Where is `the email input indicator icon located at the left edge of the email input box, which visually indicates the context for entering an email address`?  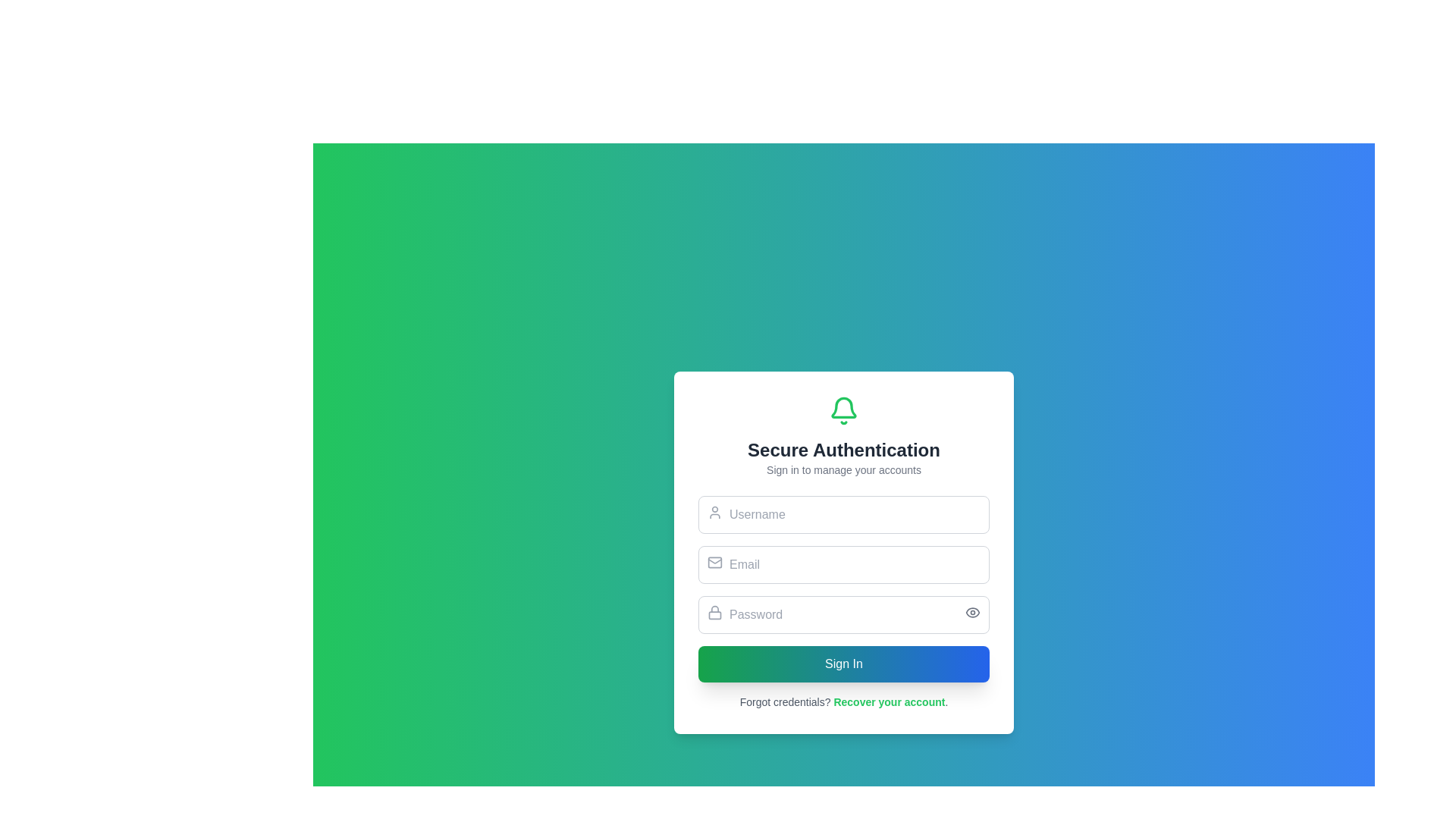
the email input indicator icon located at the left edge of the email input box, which visually indicates the context for entering an email address is located at coordinates (714, 562).